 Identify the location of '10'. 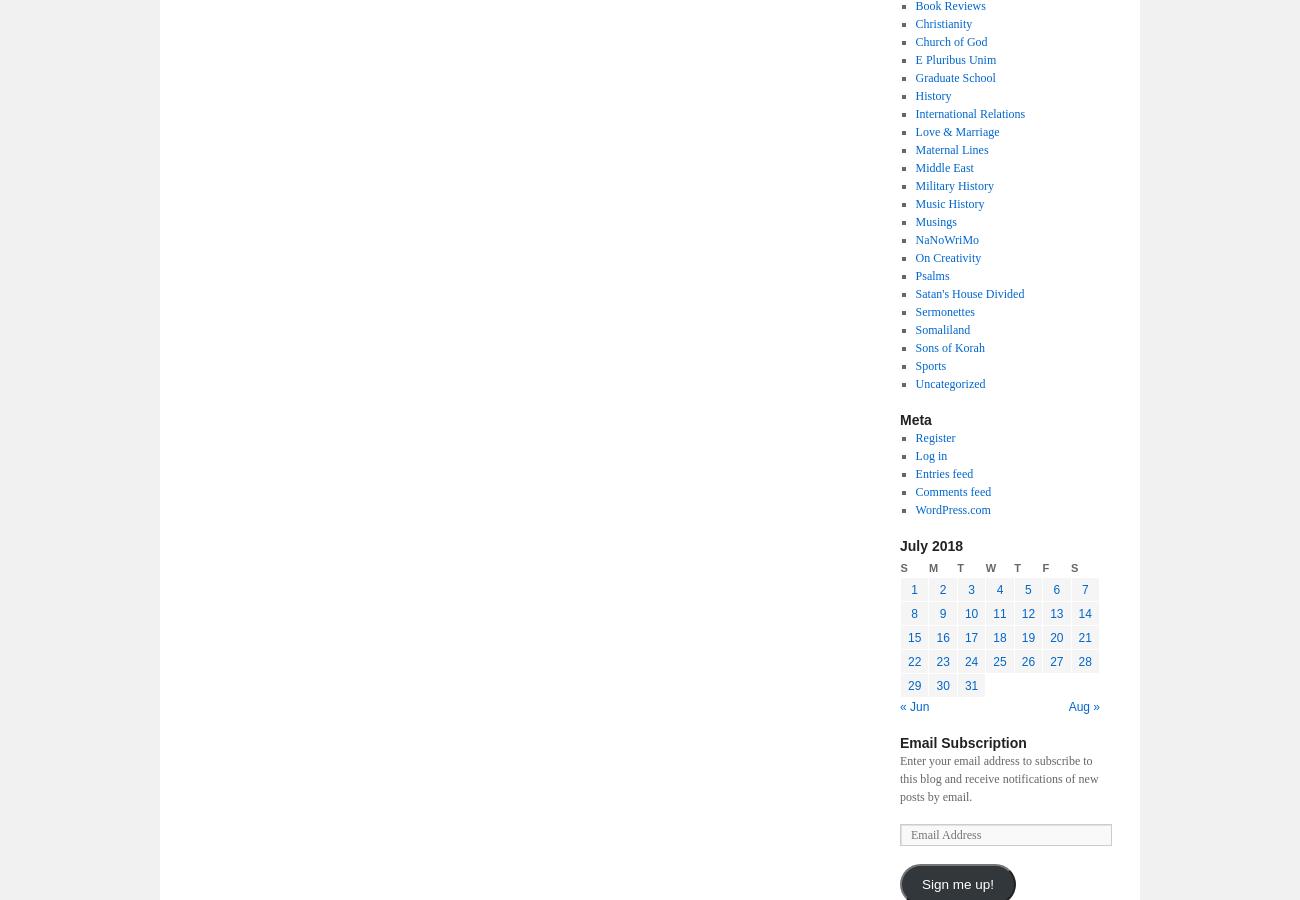
(970, 613).